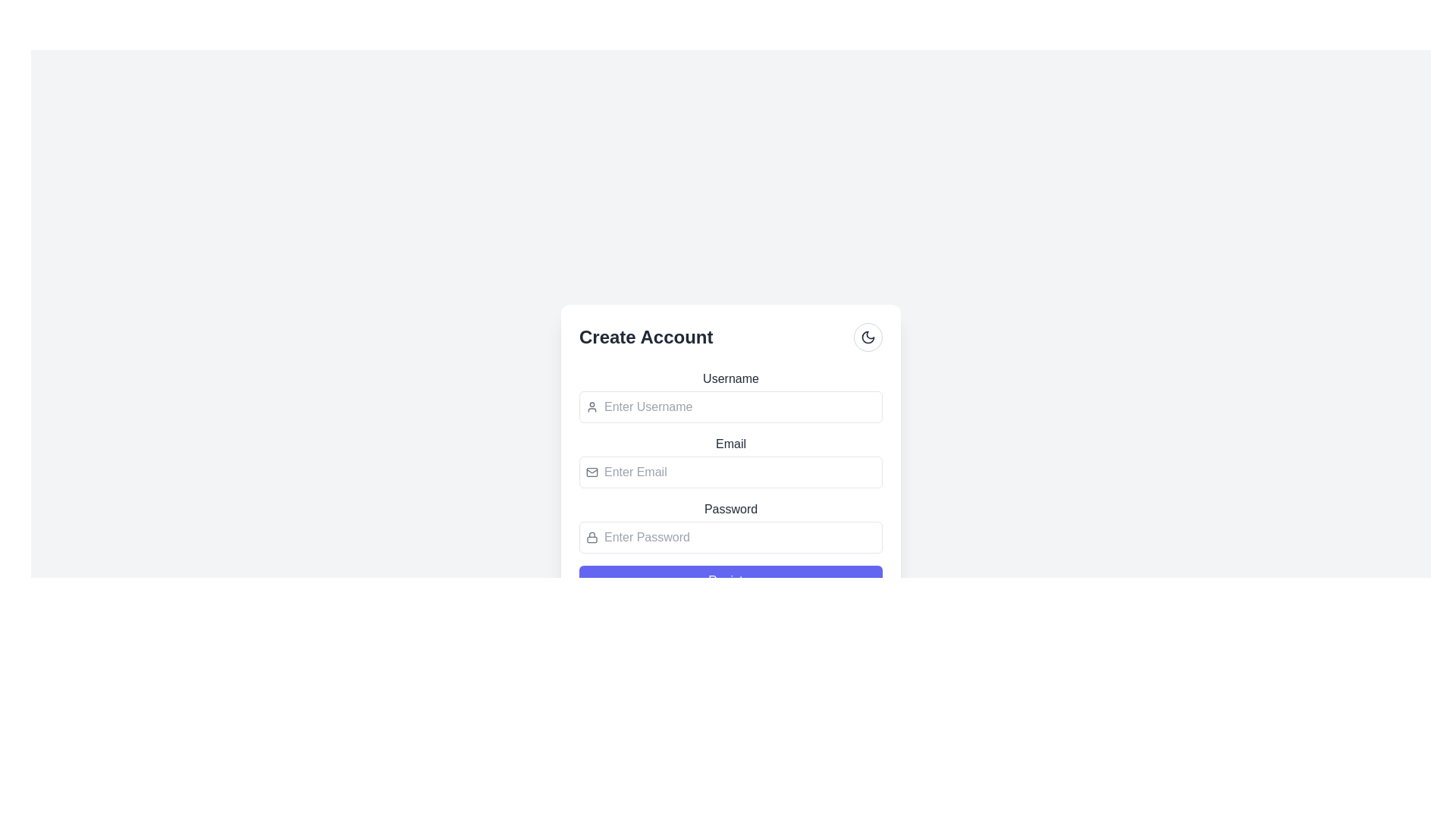 The width and height of the screenshot is (1456, 819). Describe the element at coordinates (591, 472) in the screenshot. I see `the rectangular shape with rounded corners that serves as the background of the mail symbol within the SVG of the 'Create Account' section, located to the left of the 'Email' text input box` at that location.